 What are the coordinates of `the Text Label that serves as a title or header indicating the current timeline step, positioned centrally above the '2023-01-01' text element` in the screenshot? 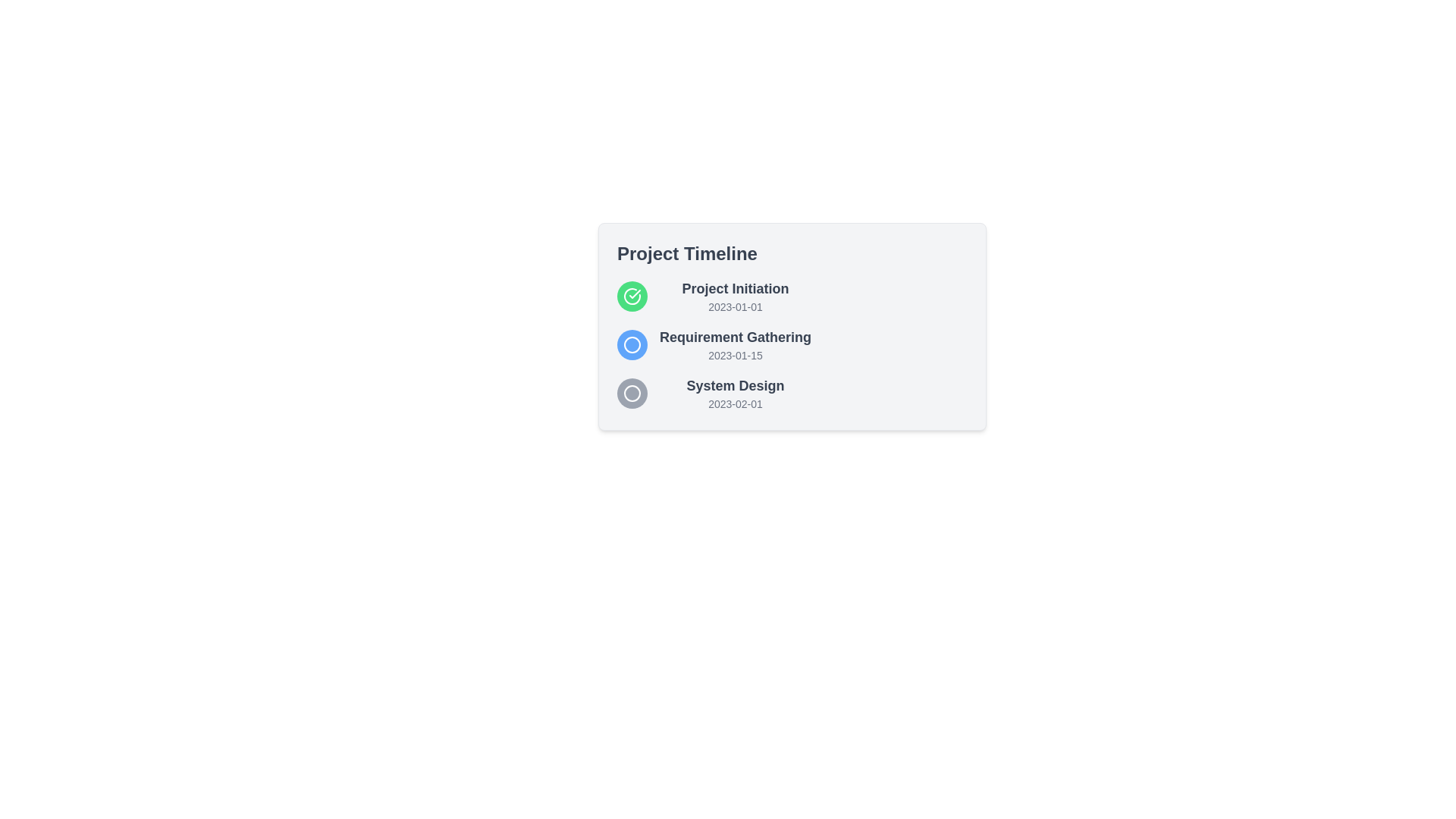 It's located at (735, 289).